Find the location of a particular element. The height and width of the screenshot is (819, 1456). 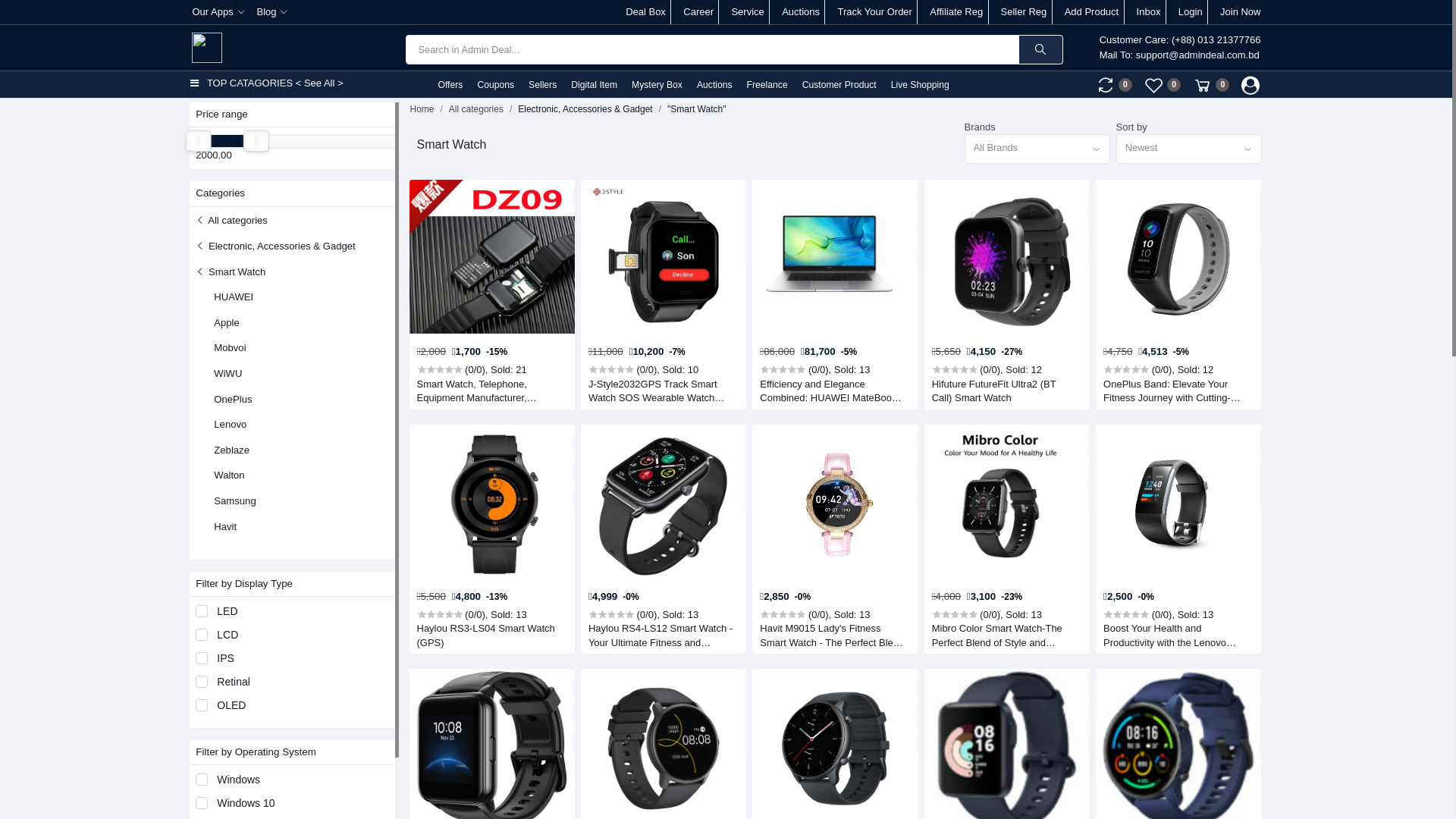

'Havit' is located at coordinates (213, 526).